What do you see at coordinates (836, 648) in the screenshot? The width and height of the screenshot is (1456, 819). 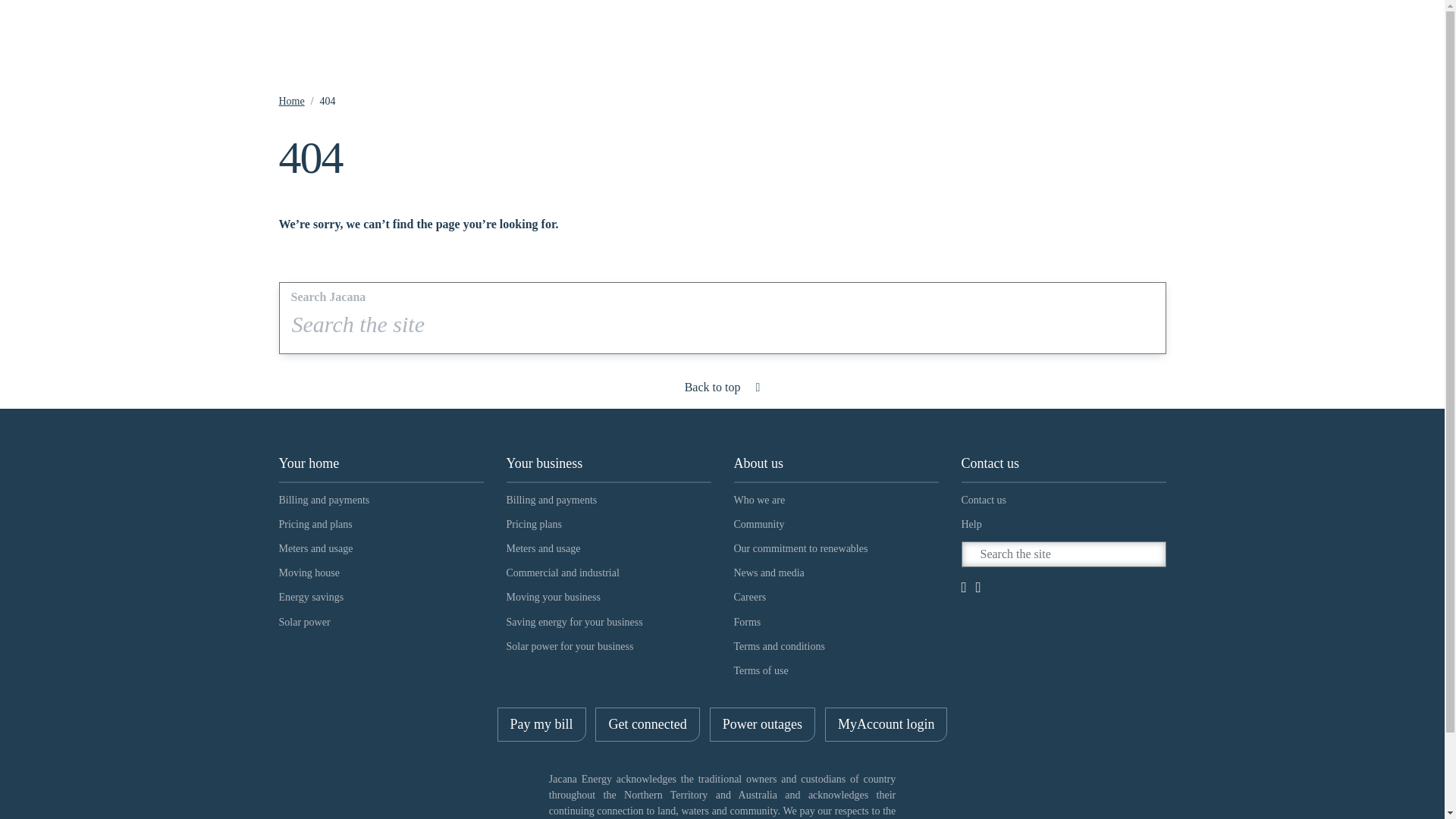 I see `'Terms and conditions'` at bounding box center [836, 648].